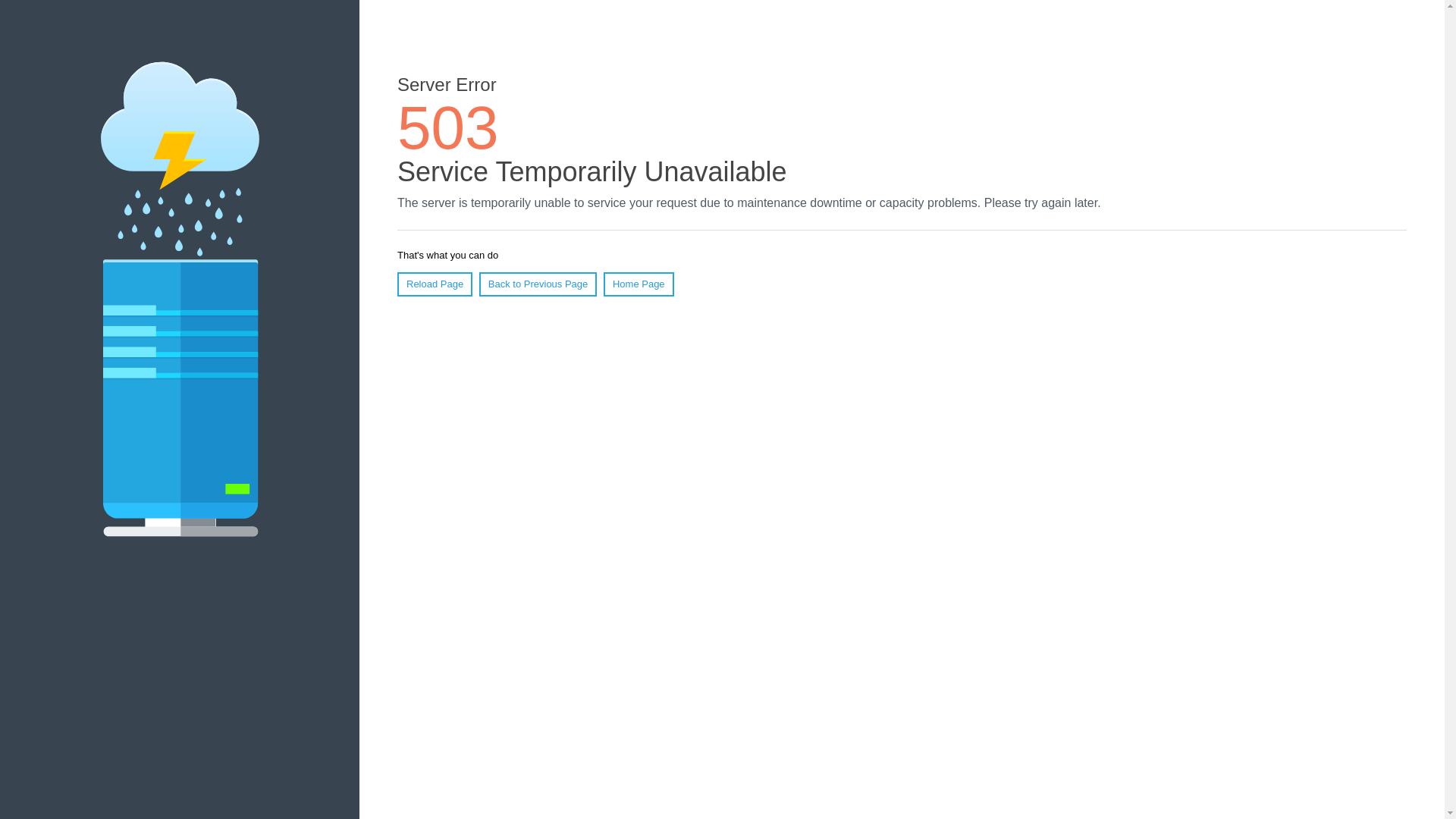 This screenshot has height=819, width=1456. I want to click on 'Reload Page', so click(434, 284).